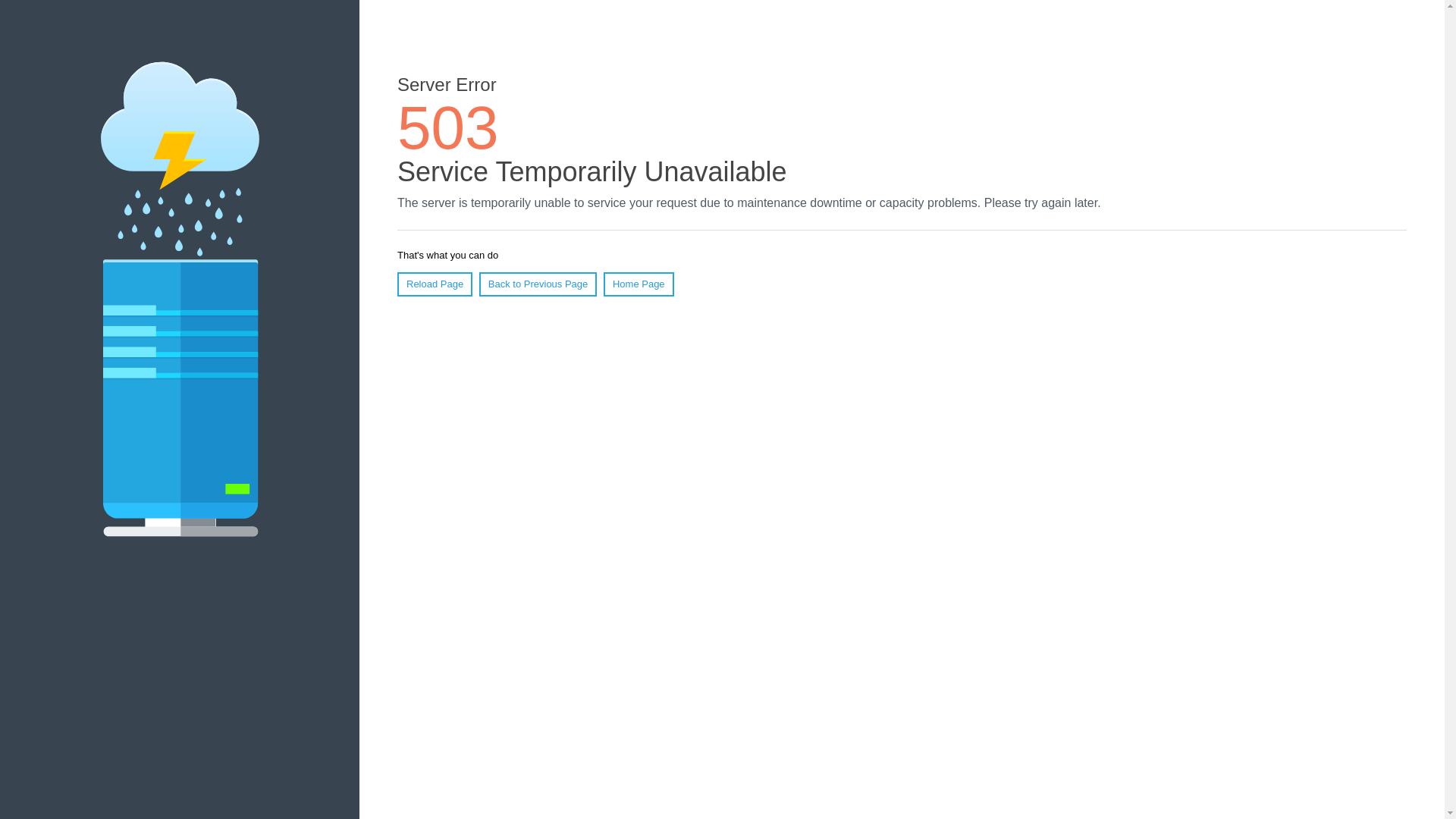 This screenshot has height=819, width=1456. I want to click on 'Reload Page', so click(434, 284).